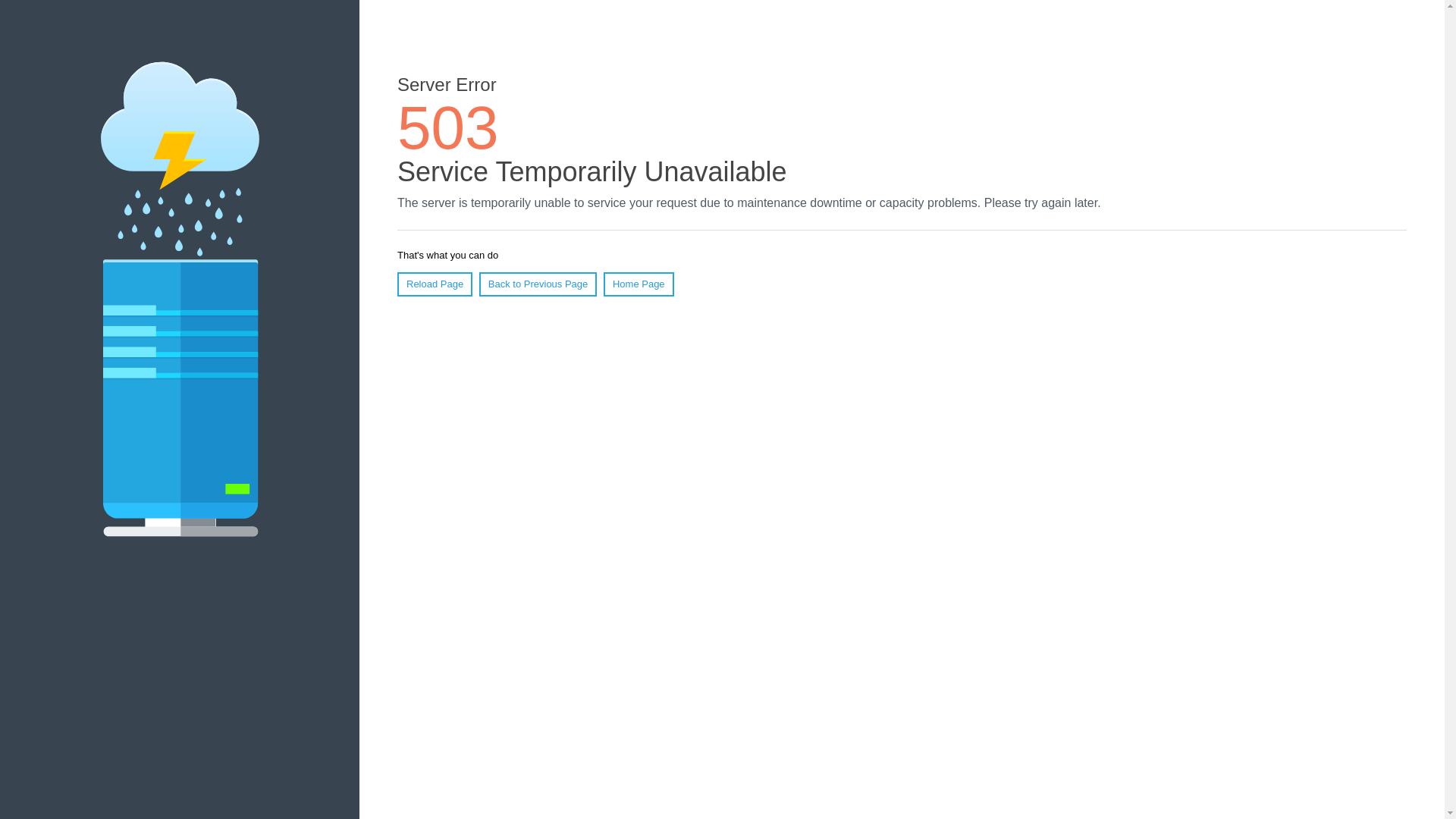 This screenshot has height=819, width=1456. I want to click on 'Reload Page', so click(434, 284).